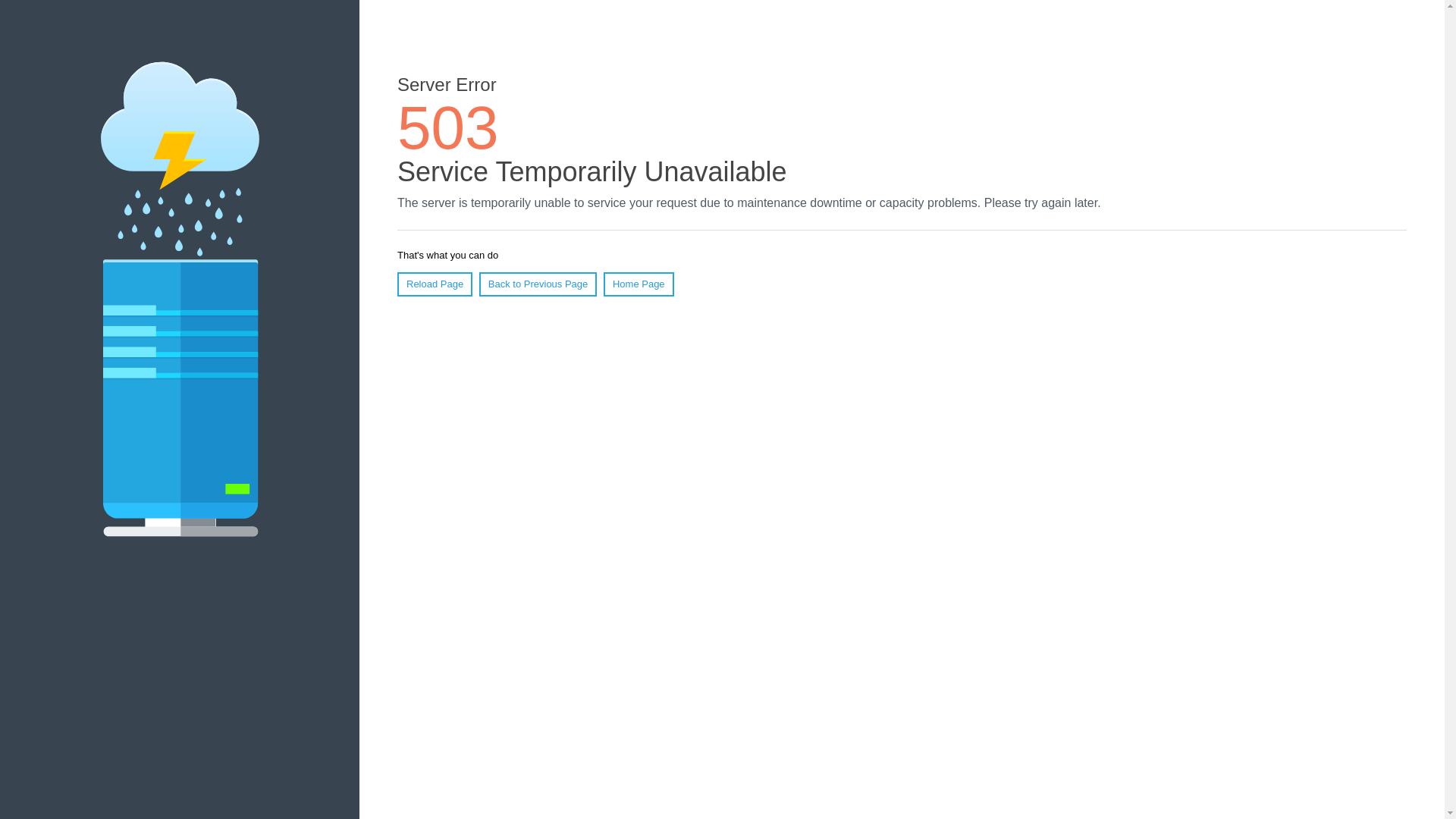 This screenshot has height=819, width=1456. I want to click on 'Reload Page', so click(434, 284).